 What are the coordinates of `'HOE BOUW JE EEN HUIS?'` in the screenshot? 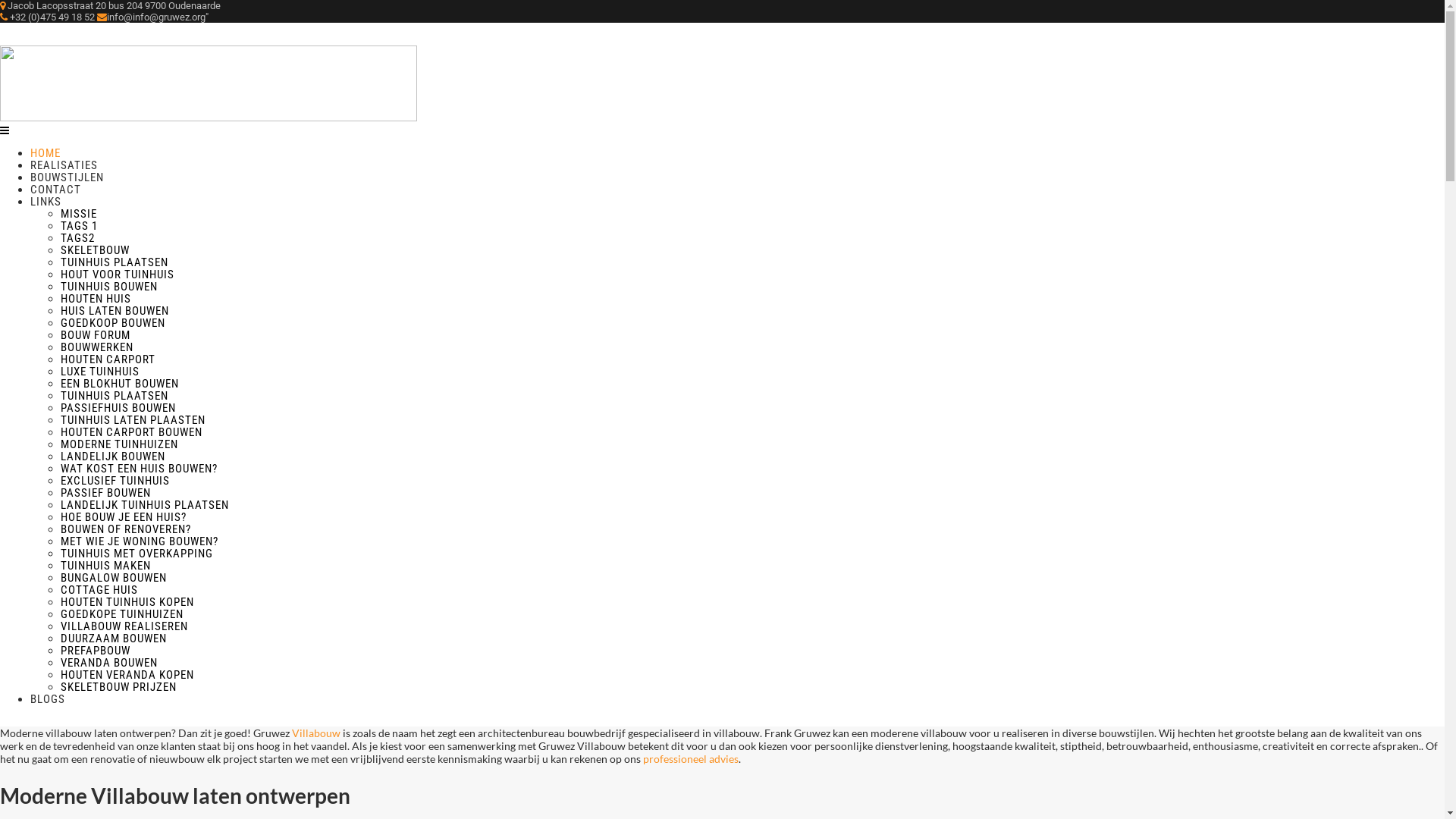 It's located at (124, 516).